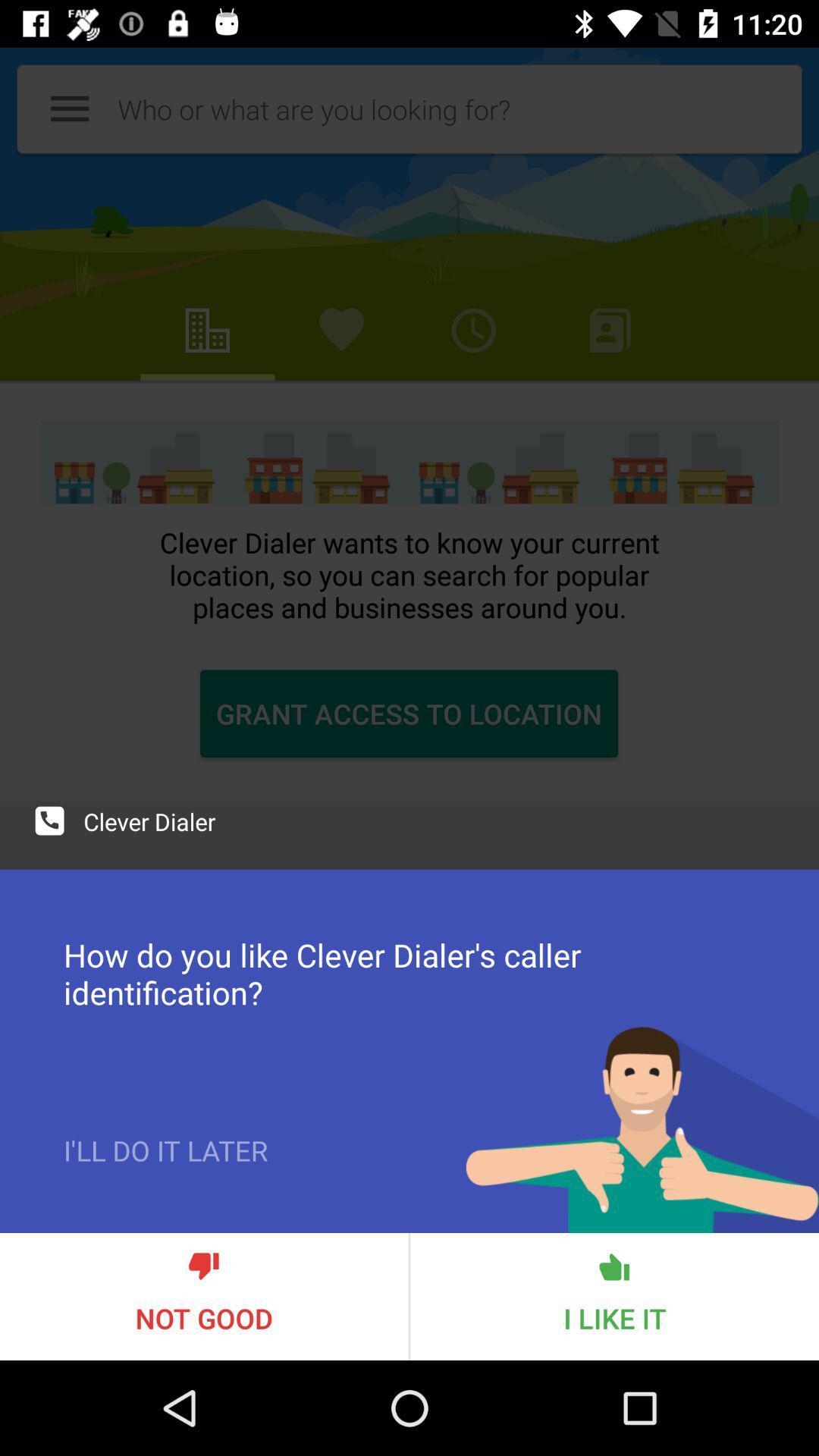 The width and height of the screenshot is (819, 1456). What do you see at coordinates (203, 1295) in the screenshot?
I see `icon below the i ll do icon` at bounding box center [203, 1295].